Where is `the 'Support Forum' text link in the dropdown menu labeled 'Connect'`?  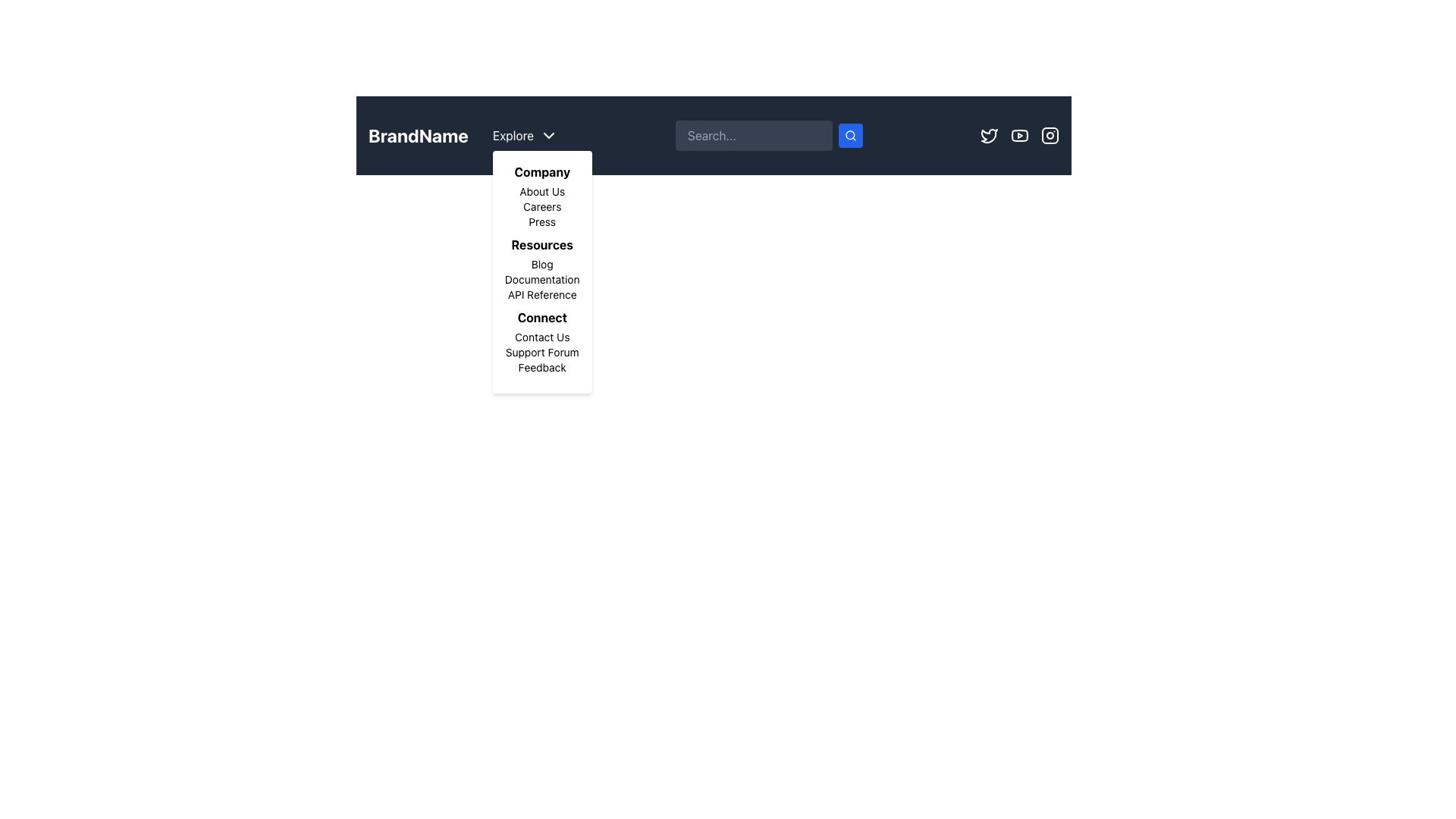
the 'Support Forum' text link in the dropdown menu labeled 'Connect' is located at coordinates (542, 353).